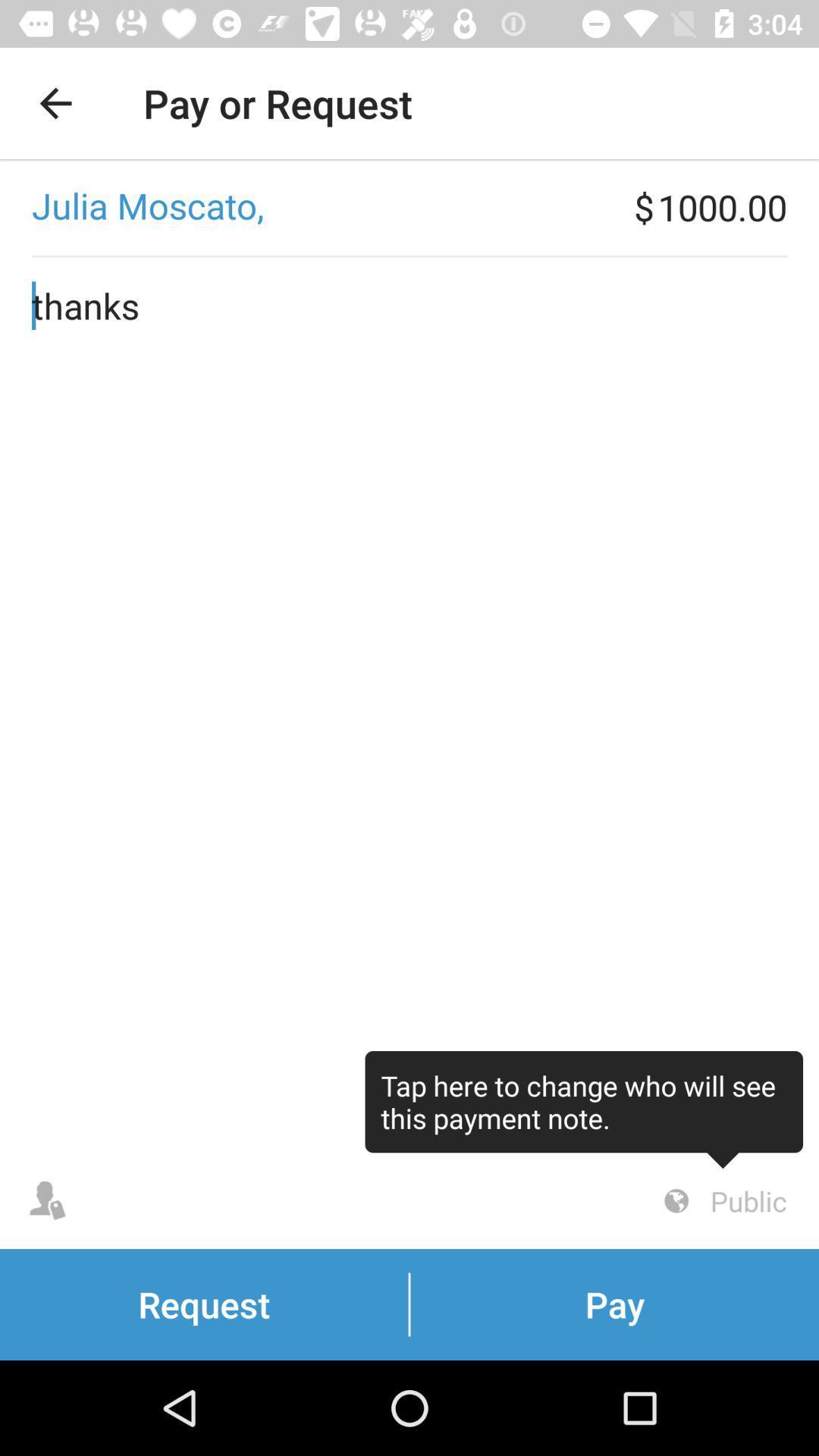  Describe the element at coordinates (55, 102) in the screenshot. I see `the item next to pay or request app` at that location.